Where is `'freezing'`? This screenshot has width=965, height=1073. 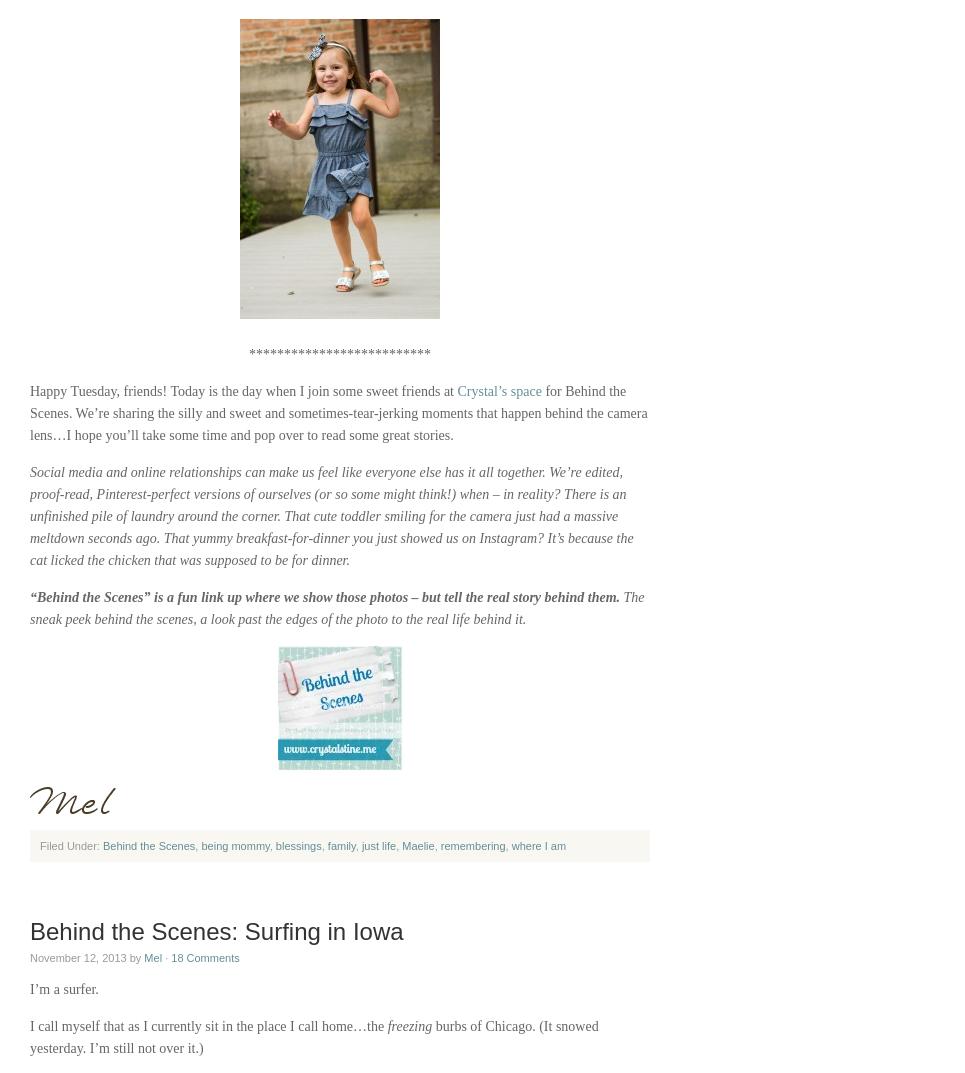
'freezing' is located at coordinates (409, 1026).